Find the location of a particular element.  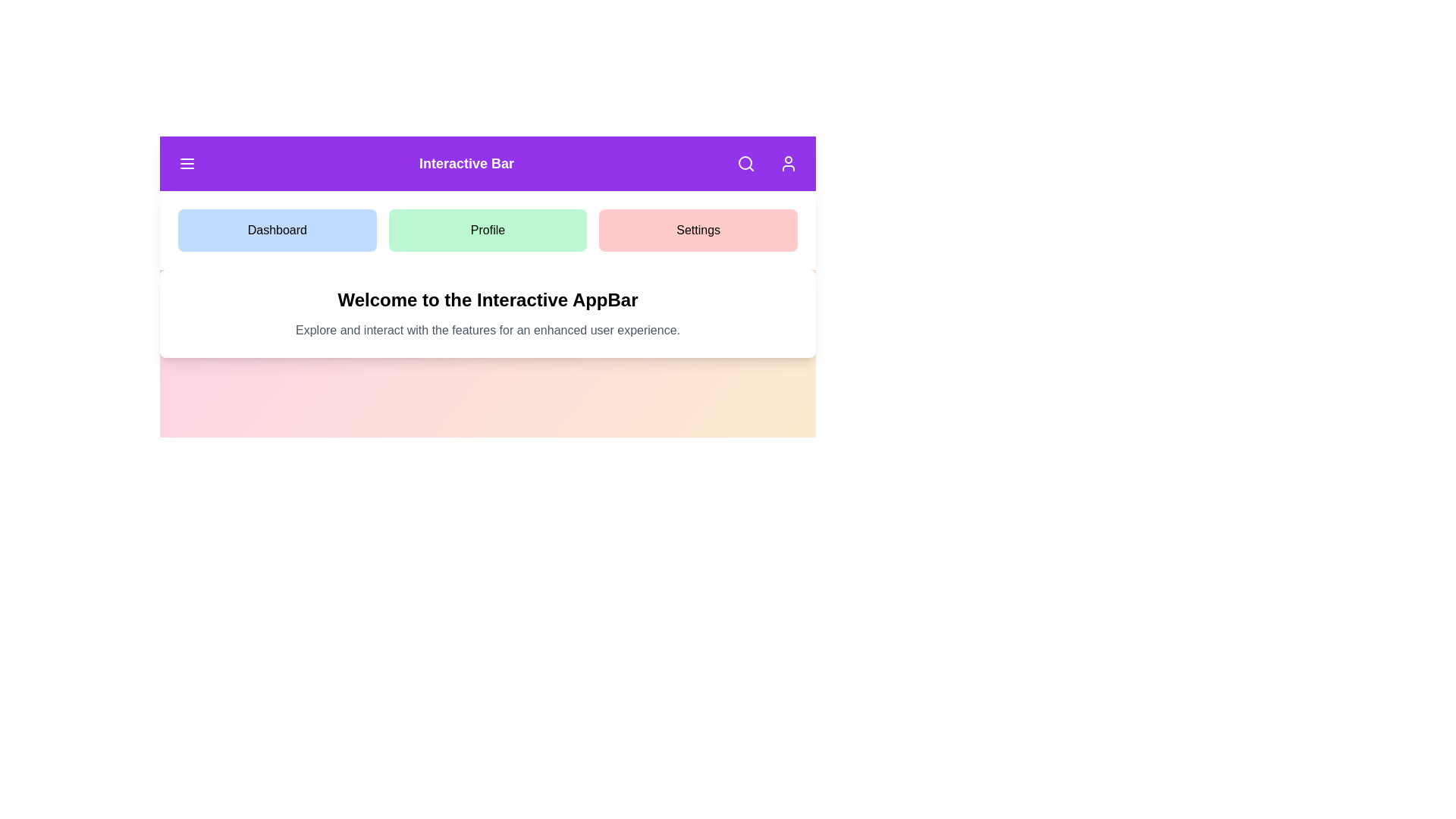

the user icon to view user-related options is located at coordinates (789, 164).